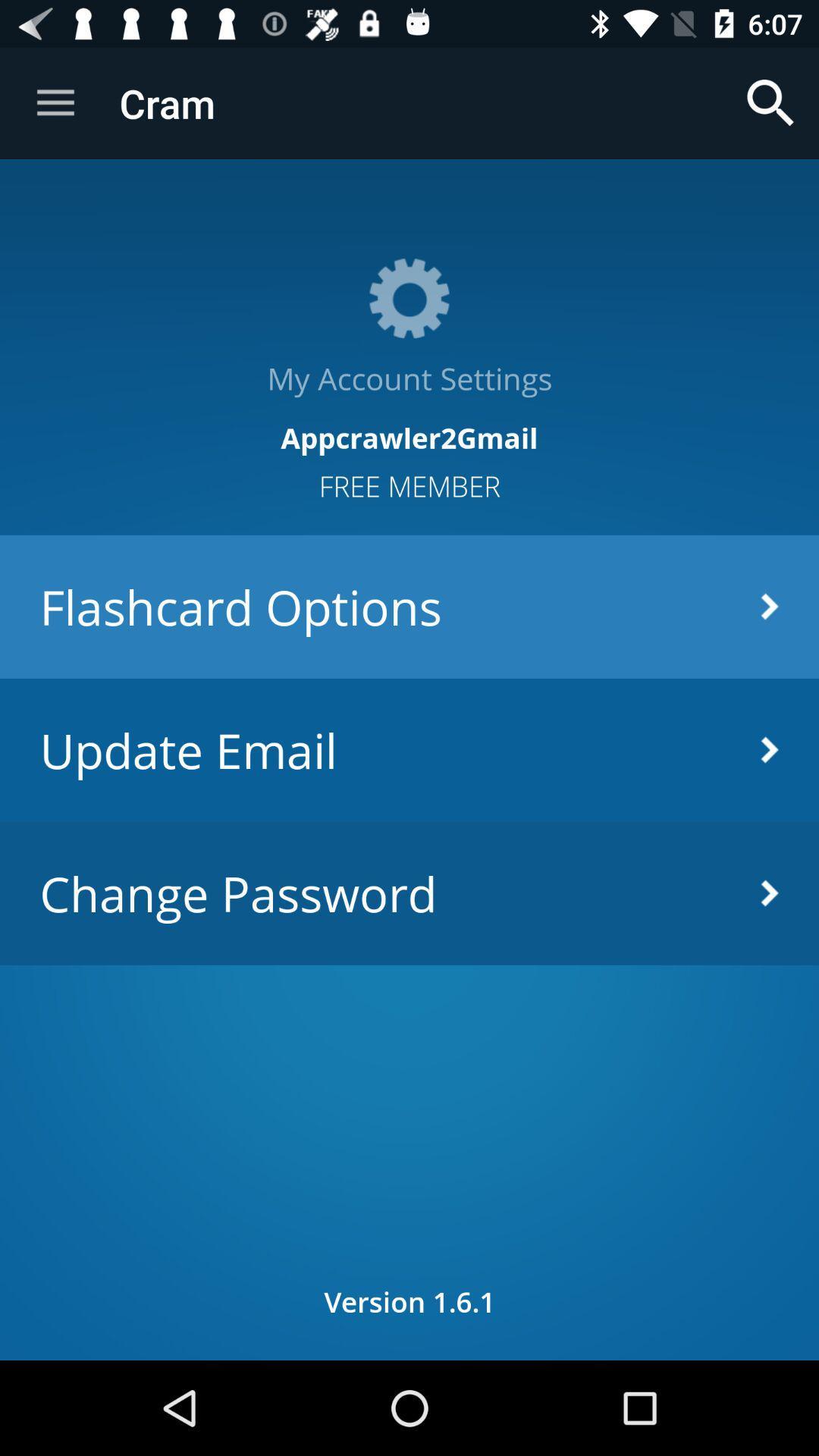 The width and height of the screenshot is (819, 1456). What do you see at coordinates (55, 102) in the screenshot?
I see `item next to the cram icon` at bounding box center [55, 102].